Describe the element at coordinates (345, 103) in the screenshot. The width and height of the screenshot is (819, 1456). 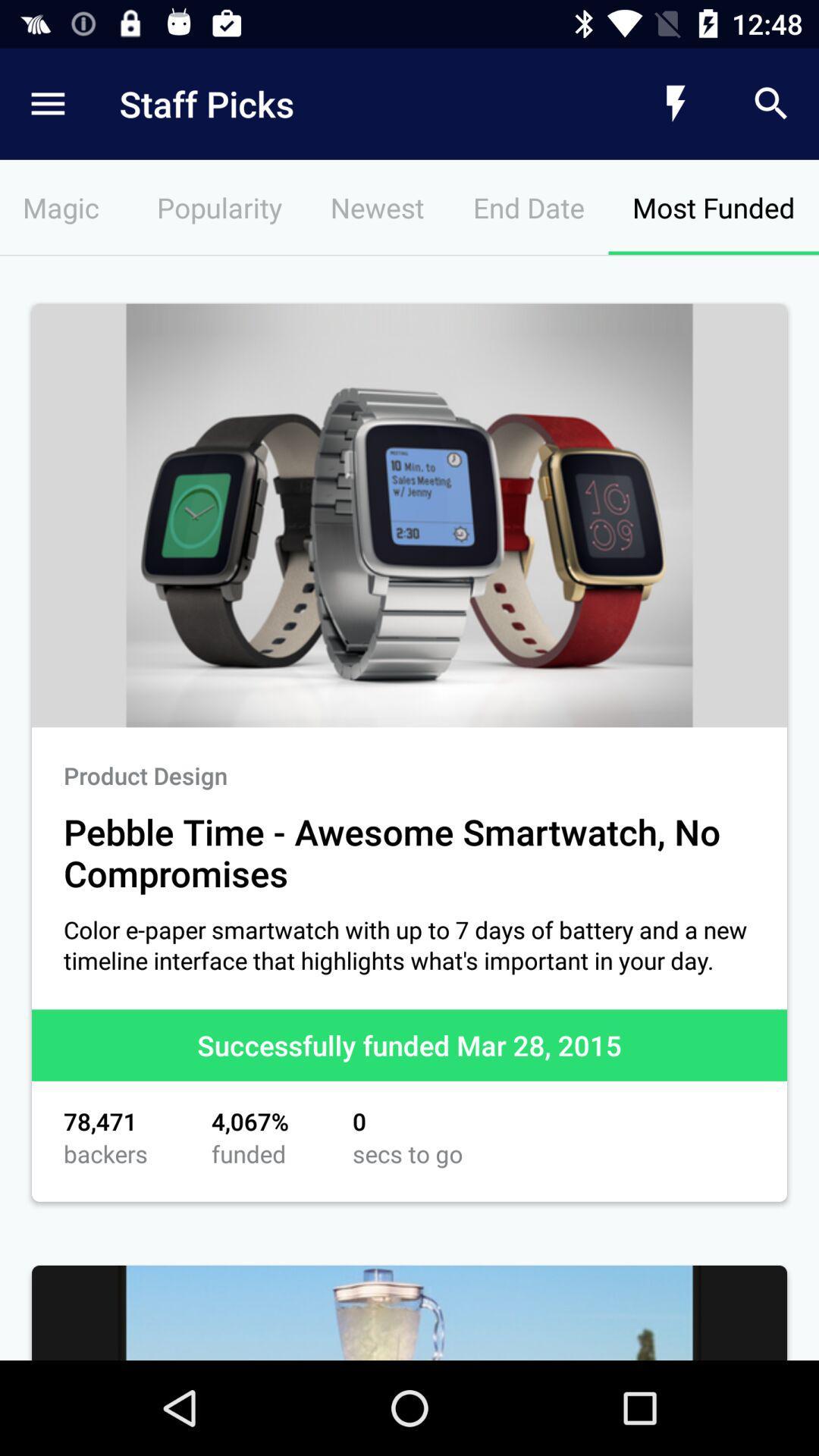
I see `the item above the magic` at that location.